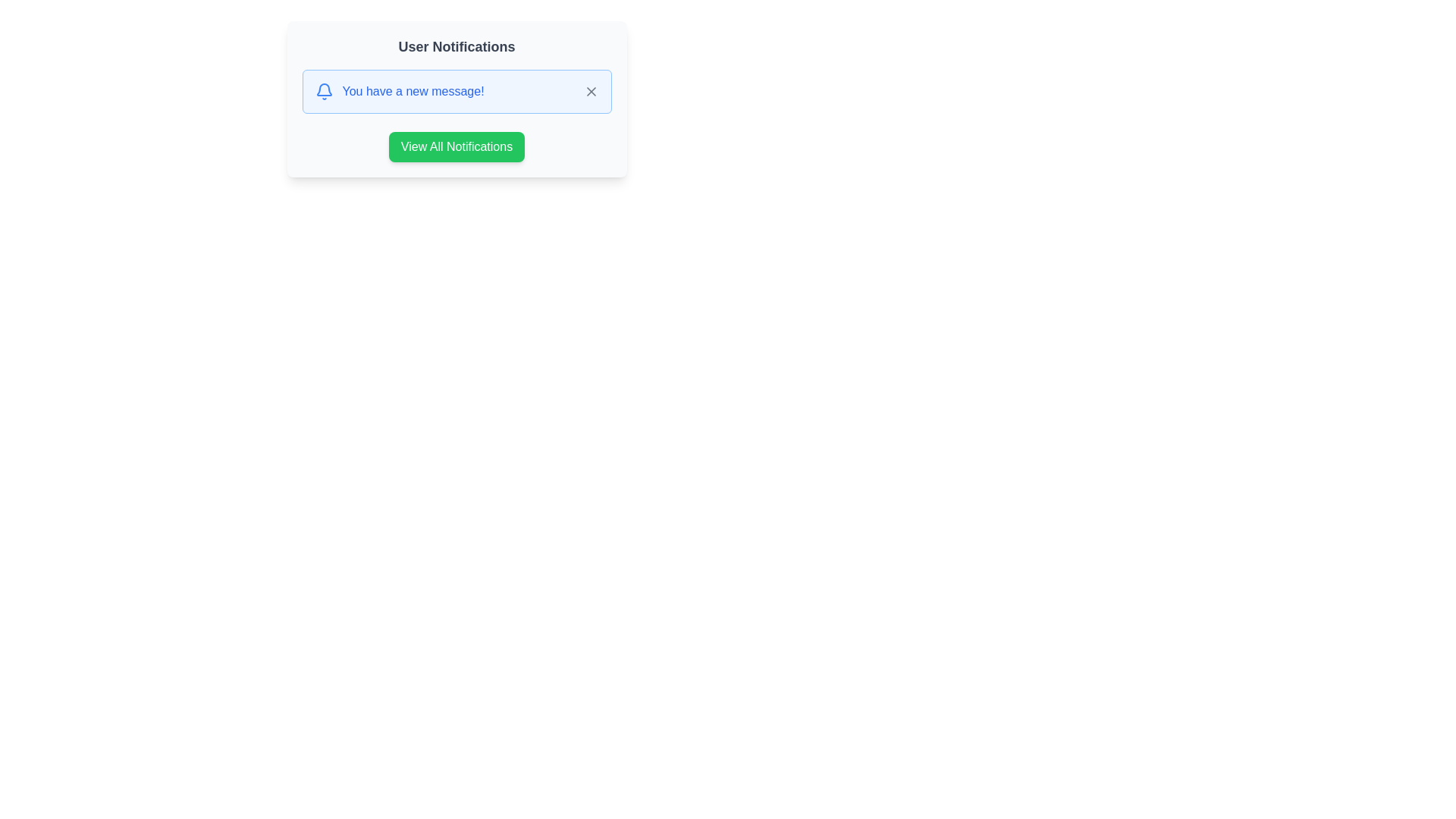 The image size is (1456, 819). Describe the element at coordinates (456, 91) in the screenshot. I see `the Notification banner that is styled with a light blue background, a blue border, and contains a bell icon on the left and a gray cross icon on the right, displaying the message 'You have a new message!'` at that location.